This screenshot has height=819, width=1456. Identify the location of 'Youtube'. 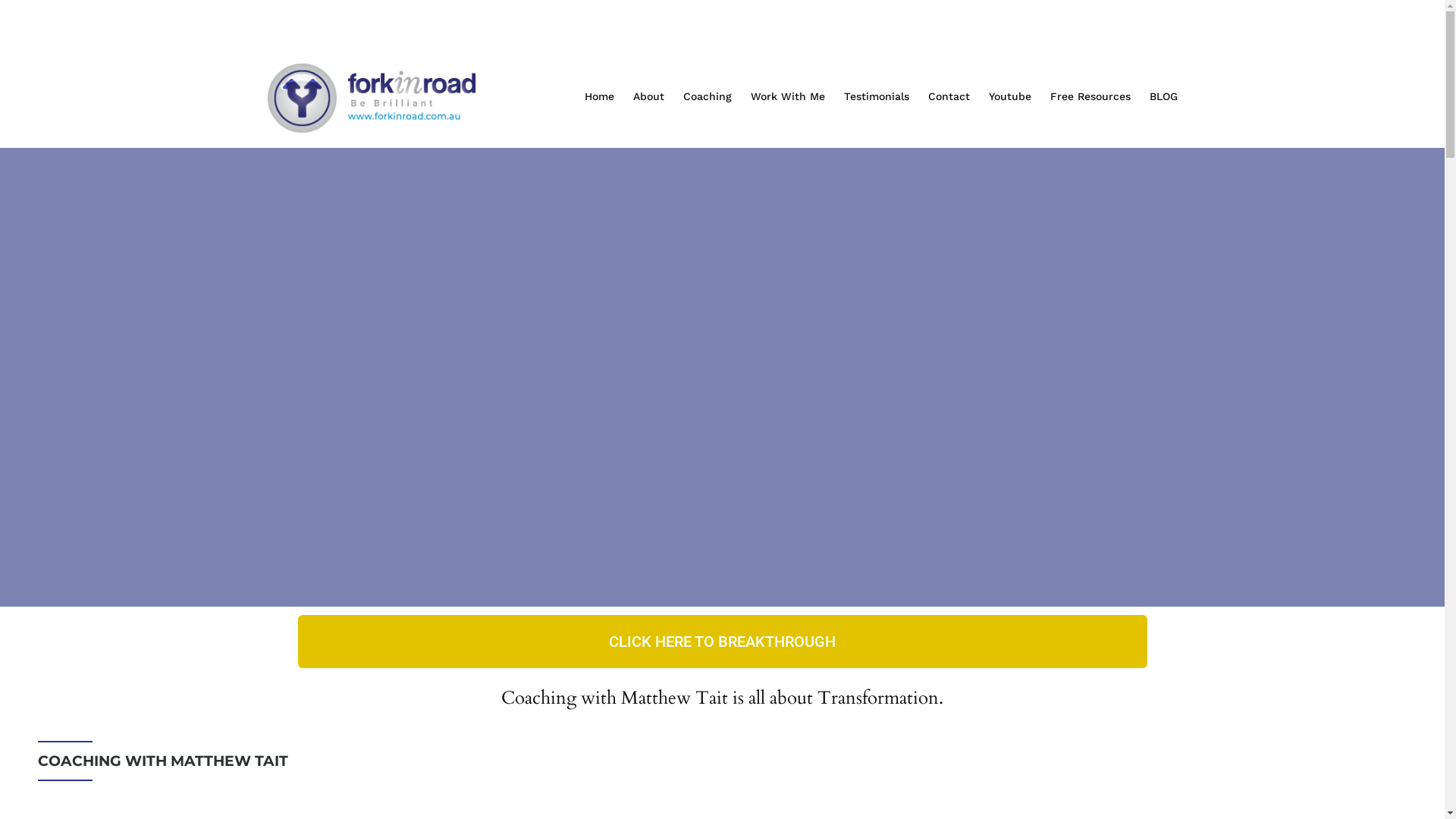
(1018, 96).